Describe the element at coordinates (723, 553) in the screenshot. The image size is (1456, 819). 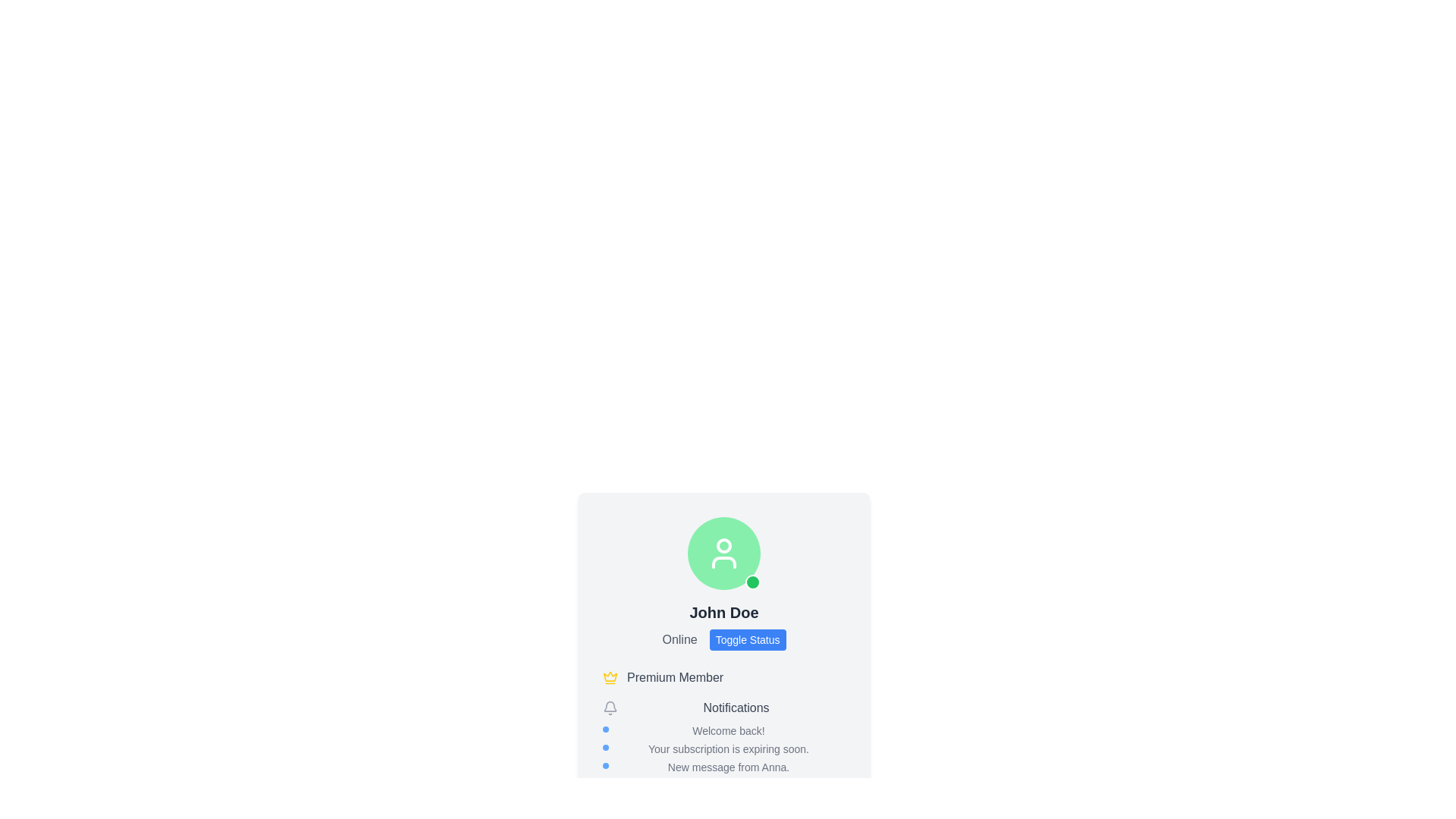
I see `the Decorative avatar icon, which is a circular green area with a white user icon in the center, located above the text 'John Doe' and near the label 'Online'` at that location.